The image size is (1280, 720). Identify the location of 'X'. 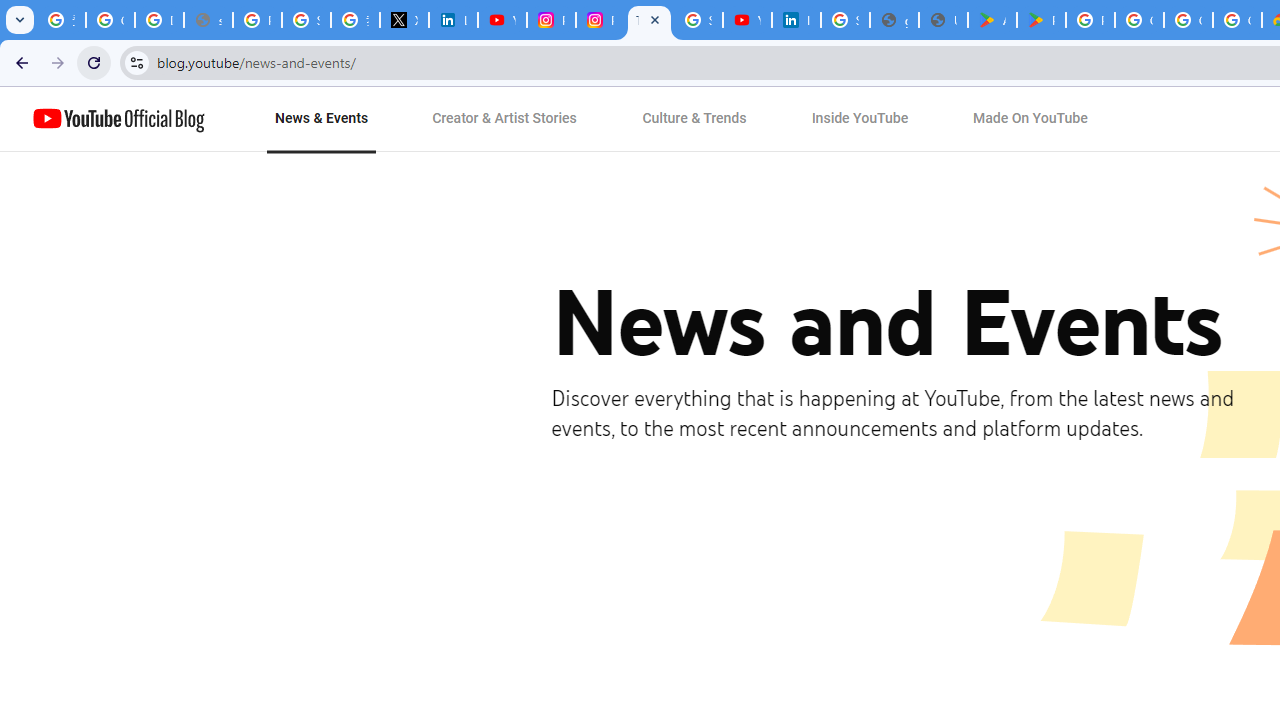
(403, 20).